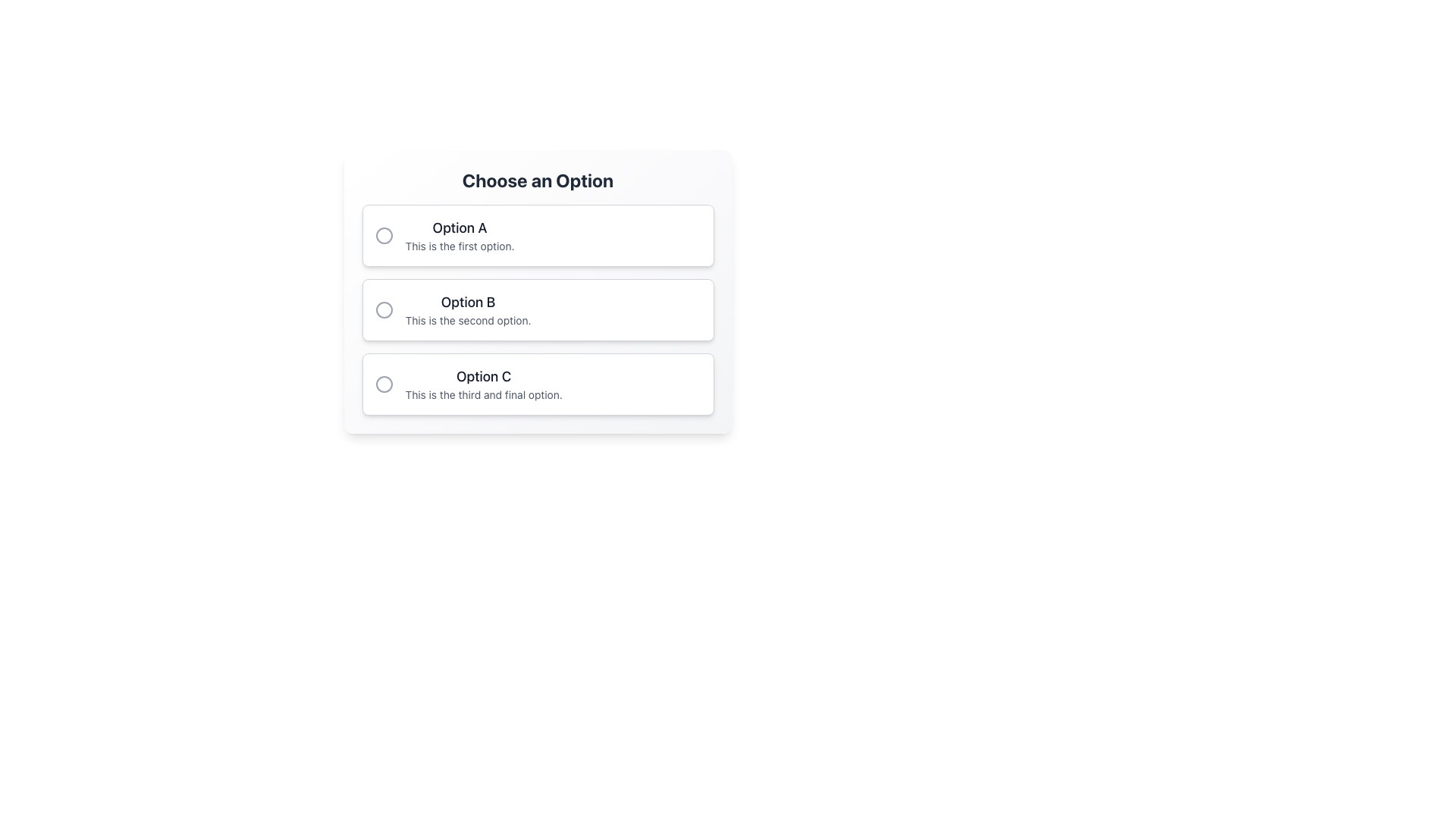 The image size is (1456, 819). Describe the element at coordinates (459, 227) in the screenshot. I see `the static text label that identifies the first selectable option in a vertical list, positioned above the descriptive text and to the right of the associated radio button` at that location.